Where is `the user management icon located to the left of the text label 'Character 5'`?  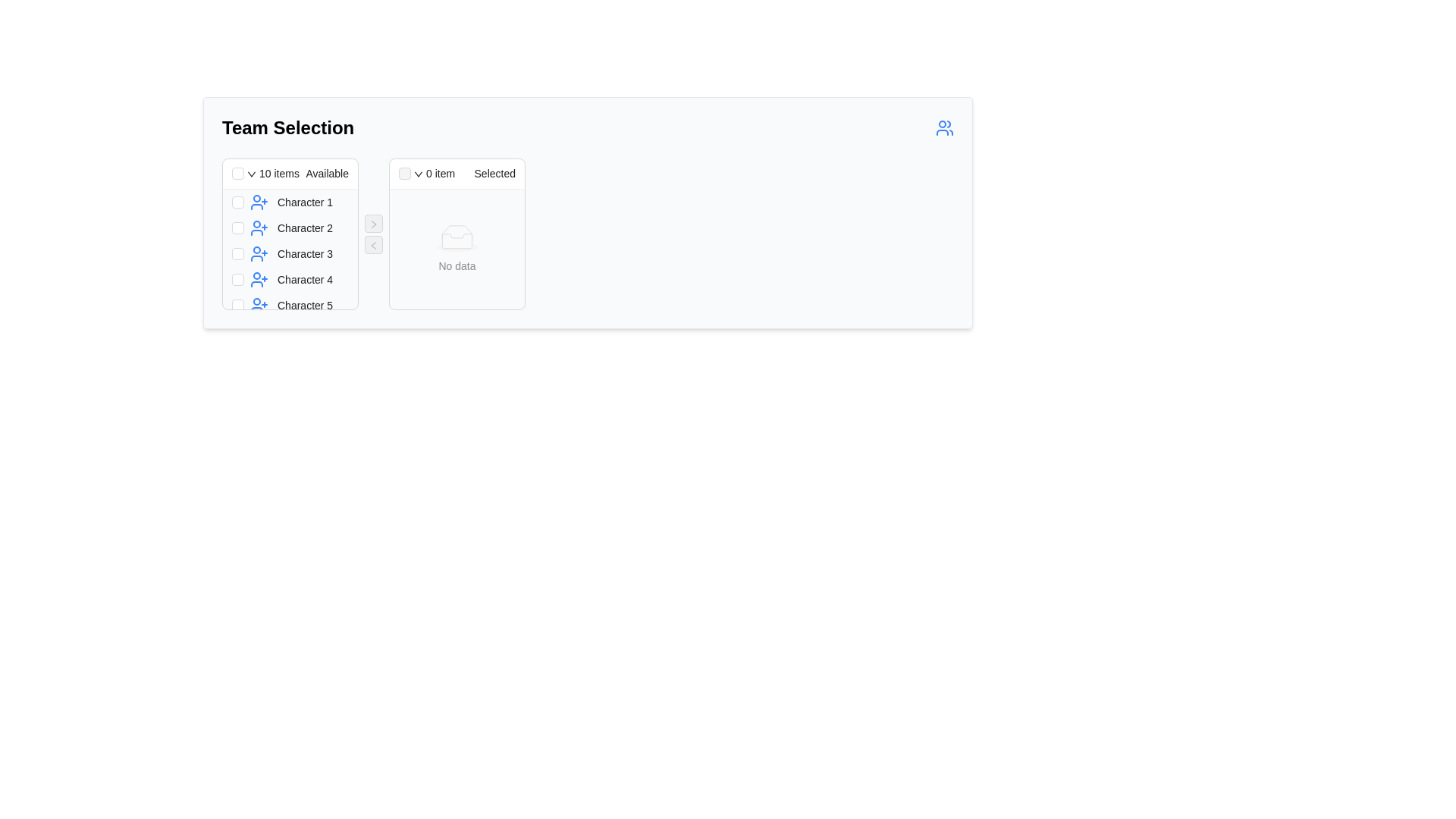 the user management icon located to the left of the text label 'Character 5' is located at coordinates (259, 305).